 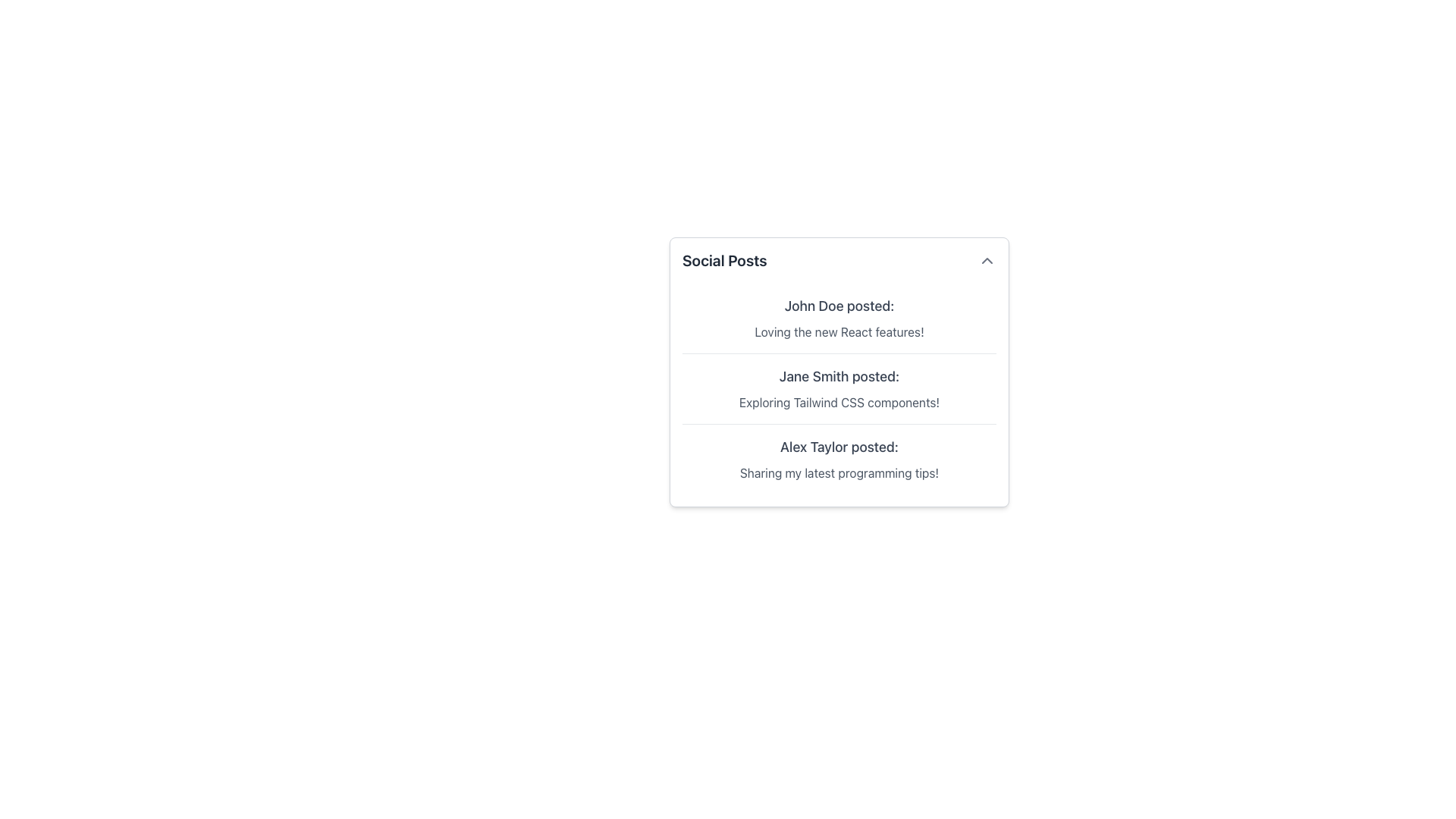 I want to click on text label indicating the author of the post, which is centrally placed above the descriptive text in the post card, so click(x=839, y=306).